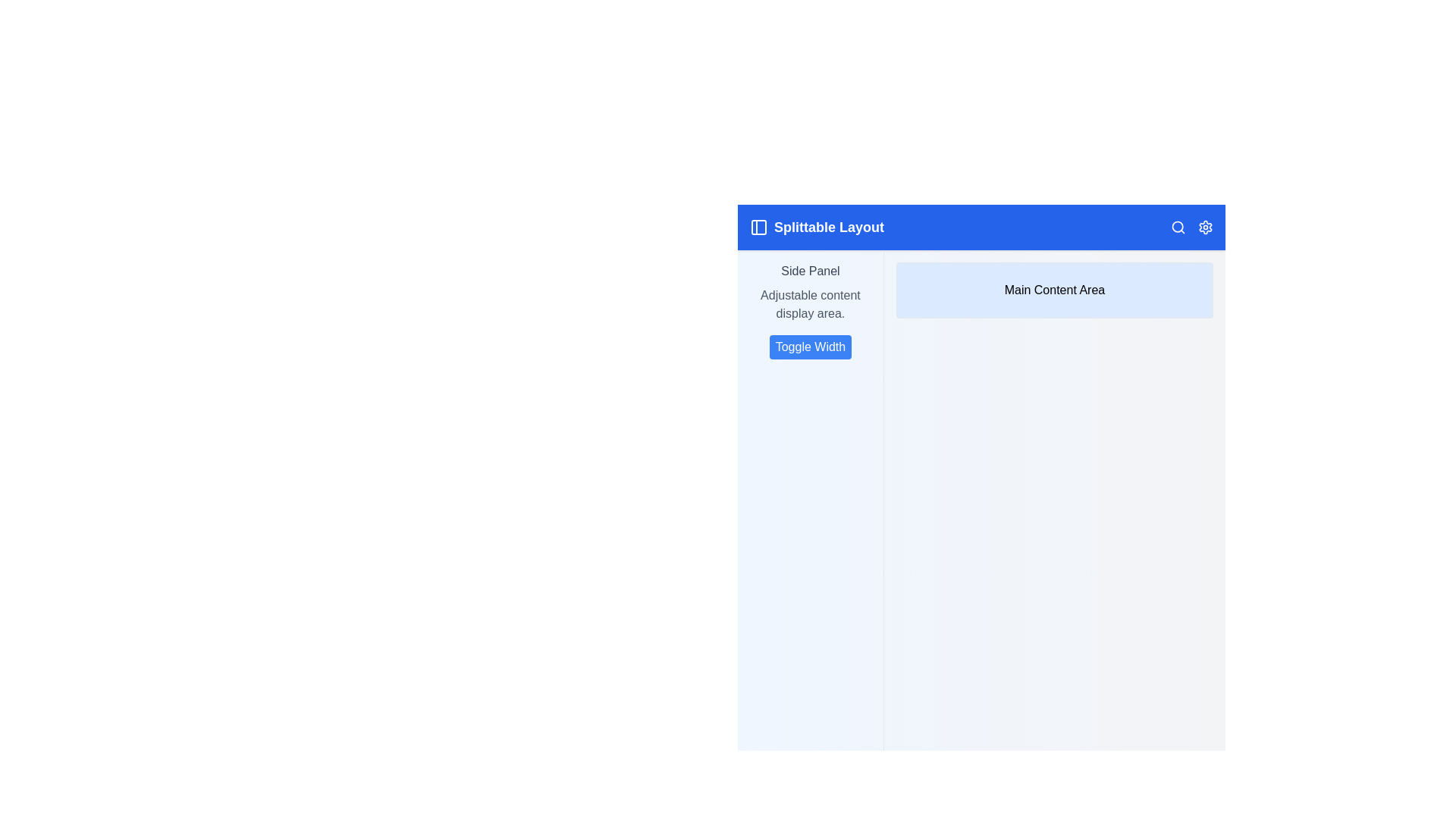 Image resolution: width=1456 pixels, height=819 pixels. I want to click on the Rectangular SVG subcomponent located in the left portion of a graphical icon, which is part of an SVG-based icon near the top-left corner of the user interface, so click(759, 227).